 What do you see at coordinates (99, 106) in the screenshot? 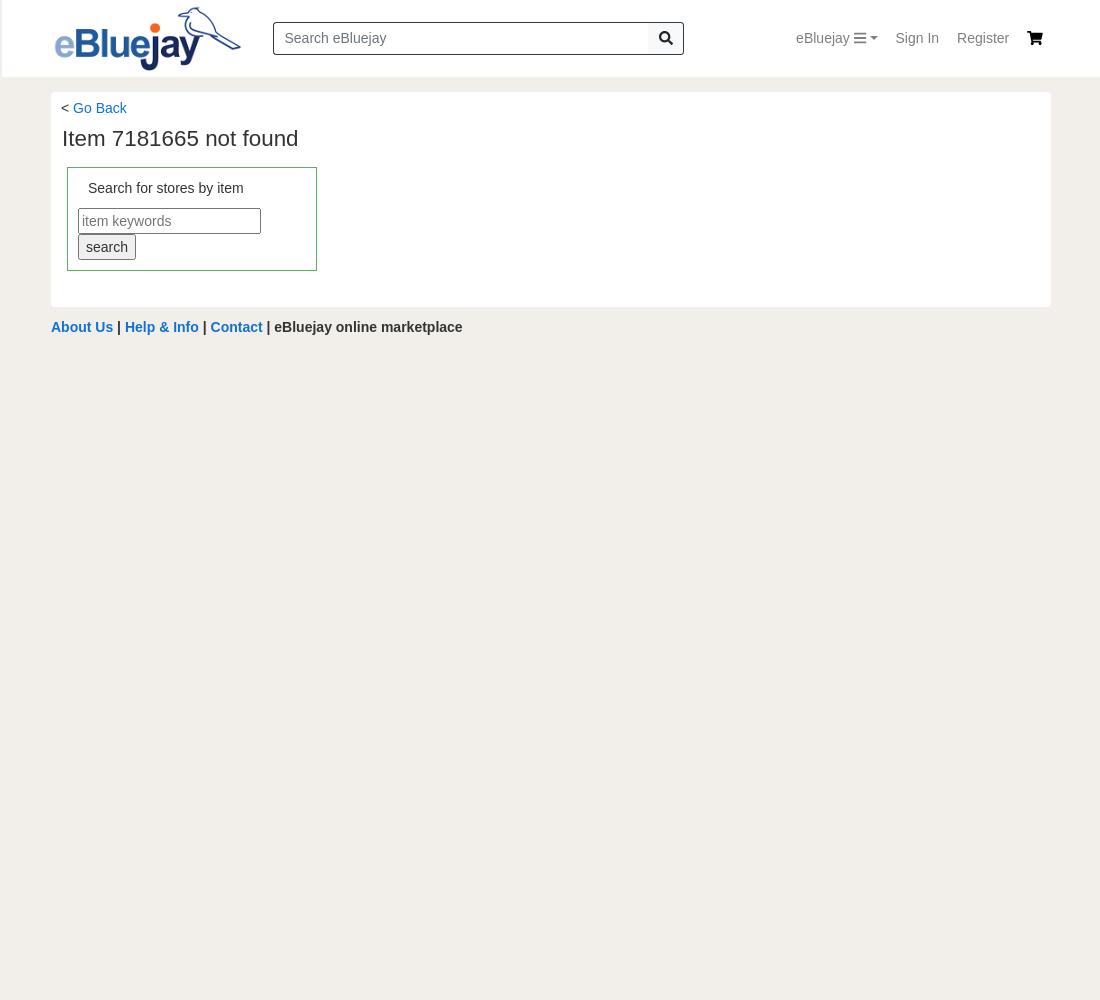
I see `'Go Back'` at bounding box center [99, 106].